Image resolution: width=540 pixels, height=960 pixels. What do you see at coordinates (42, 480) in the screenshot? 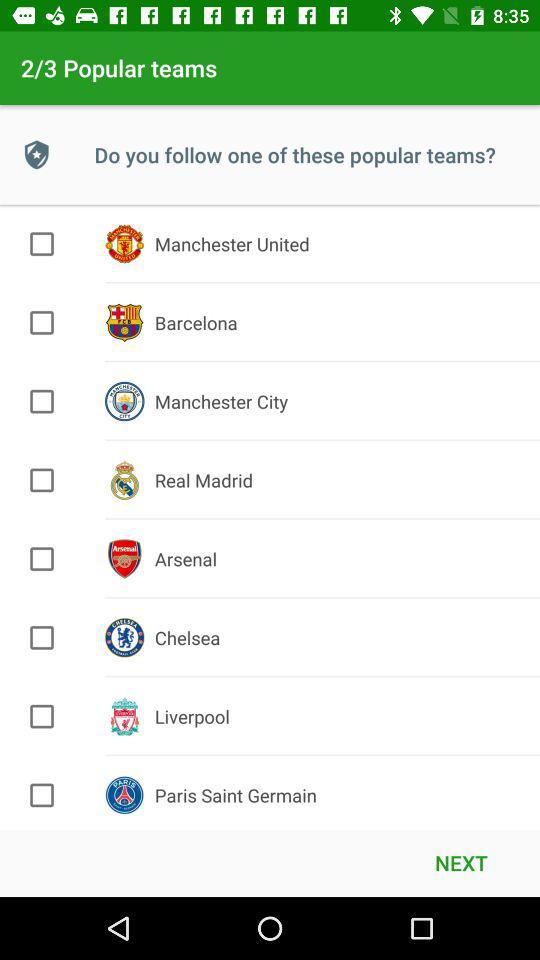
I see `this item` at bounding box center [42, 480].